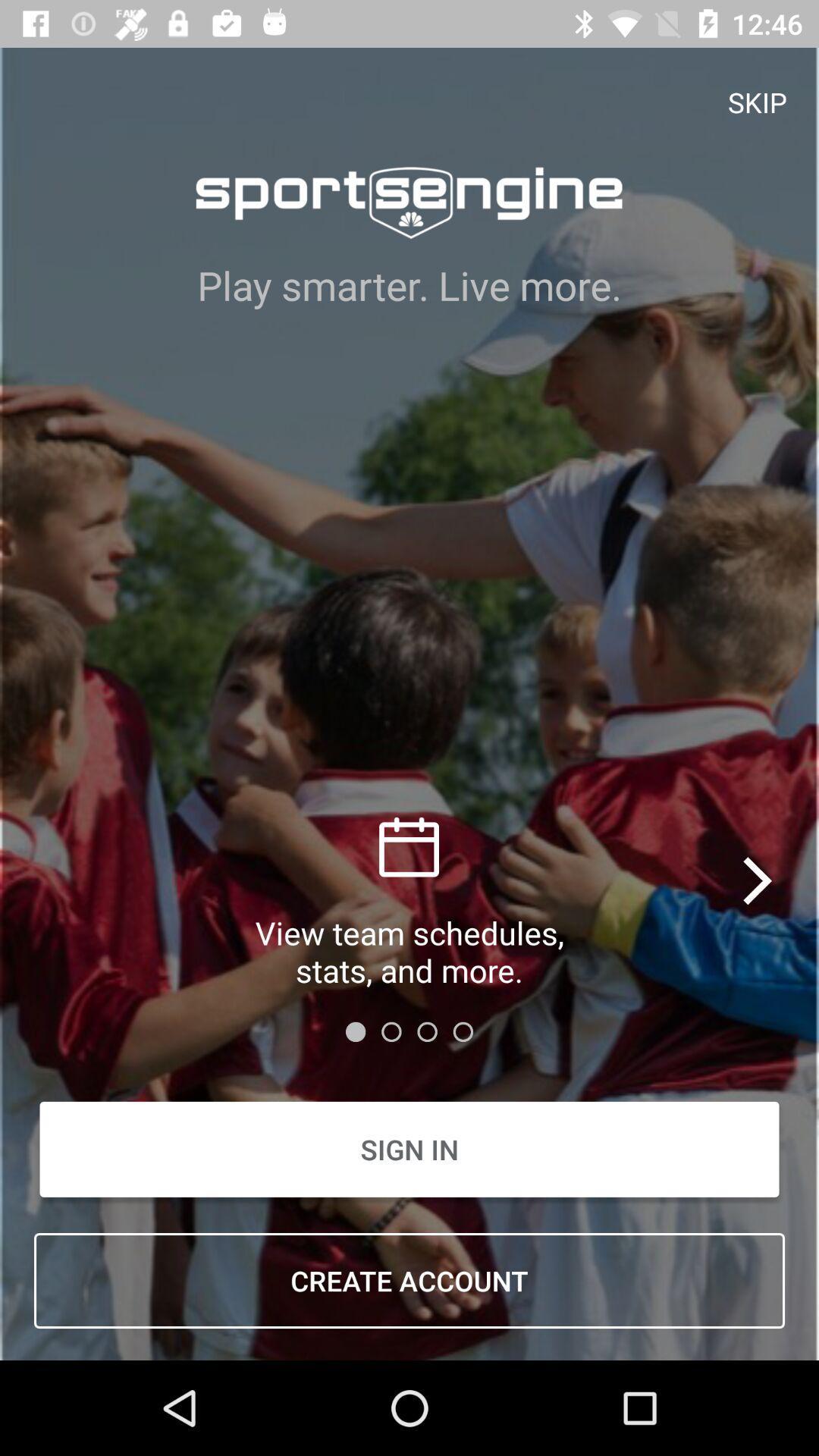 This screenshot has height=1456, width=819. What do you see at coordinates (409, 1149) in the screenshot?
I see `item above create account` at bounding box center [409, 1149].